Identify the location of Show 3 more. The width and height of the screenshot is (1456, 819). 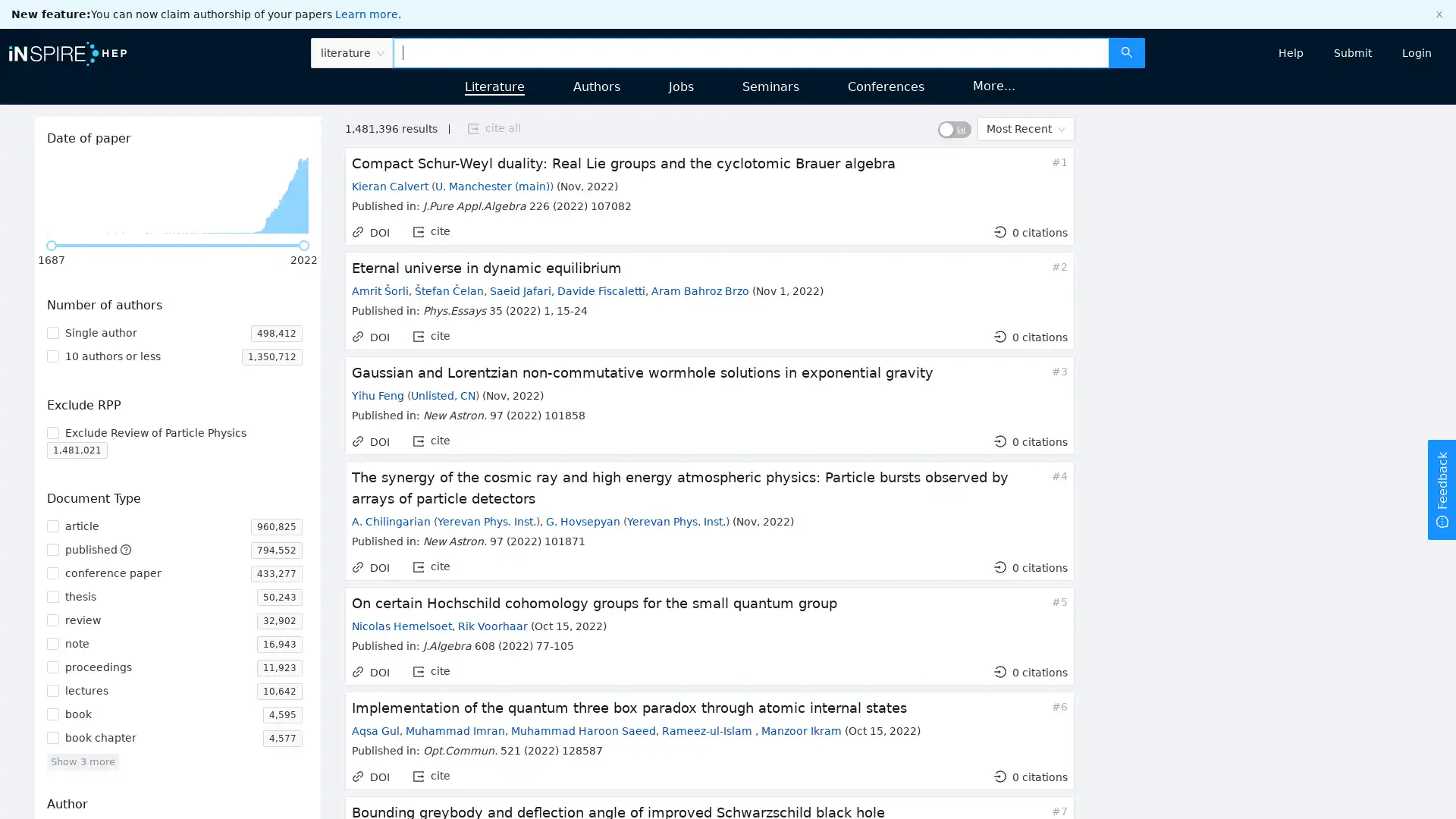
(81, 761).